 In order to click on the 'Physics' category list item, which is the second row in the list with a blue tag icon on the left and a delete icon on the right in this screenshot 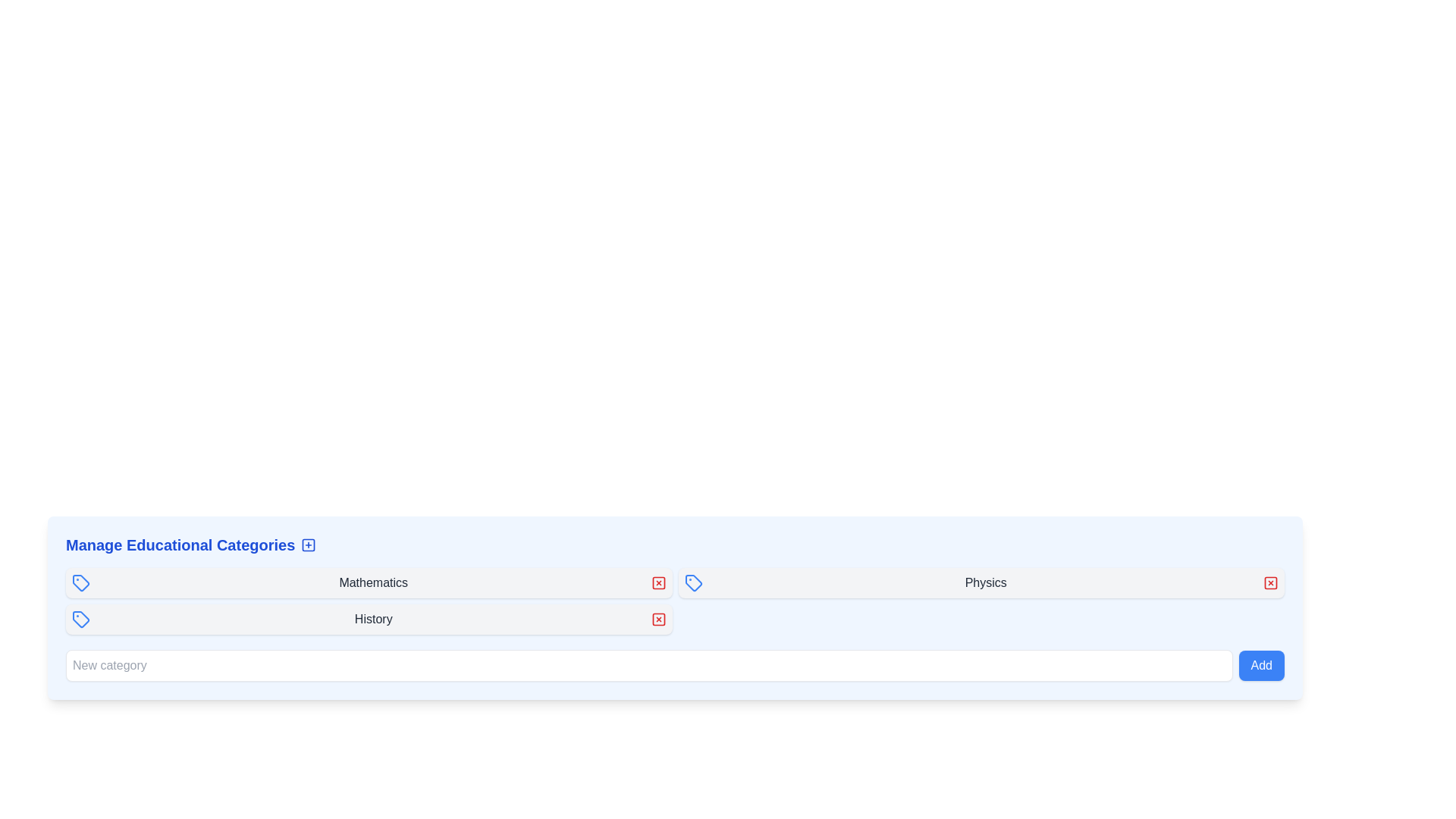, I will do `click(981, 582)`.